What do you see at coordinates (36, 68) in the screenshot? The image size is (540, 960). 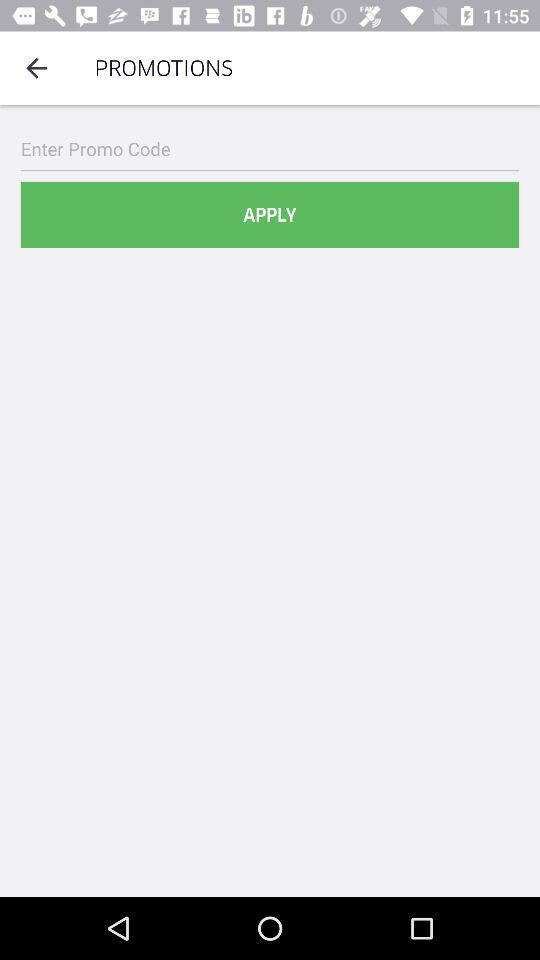 I see `icon to the left of promotions` at bounding box center [36, 68].